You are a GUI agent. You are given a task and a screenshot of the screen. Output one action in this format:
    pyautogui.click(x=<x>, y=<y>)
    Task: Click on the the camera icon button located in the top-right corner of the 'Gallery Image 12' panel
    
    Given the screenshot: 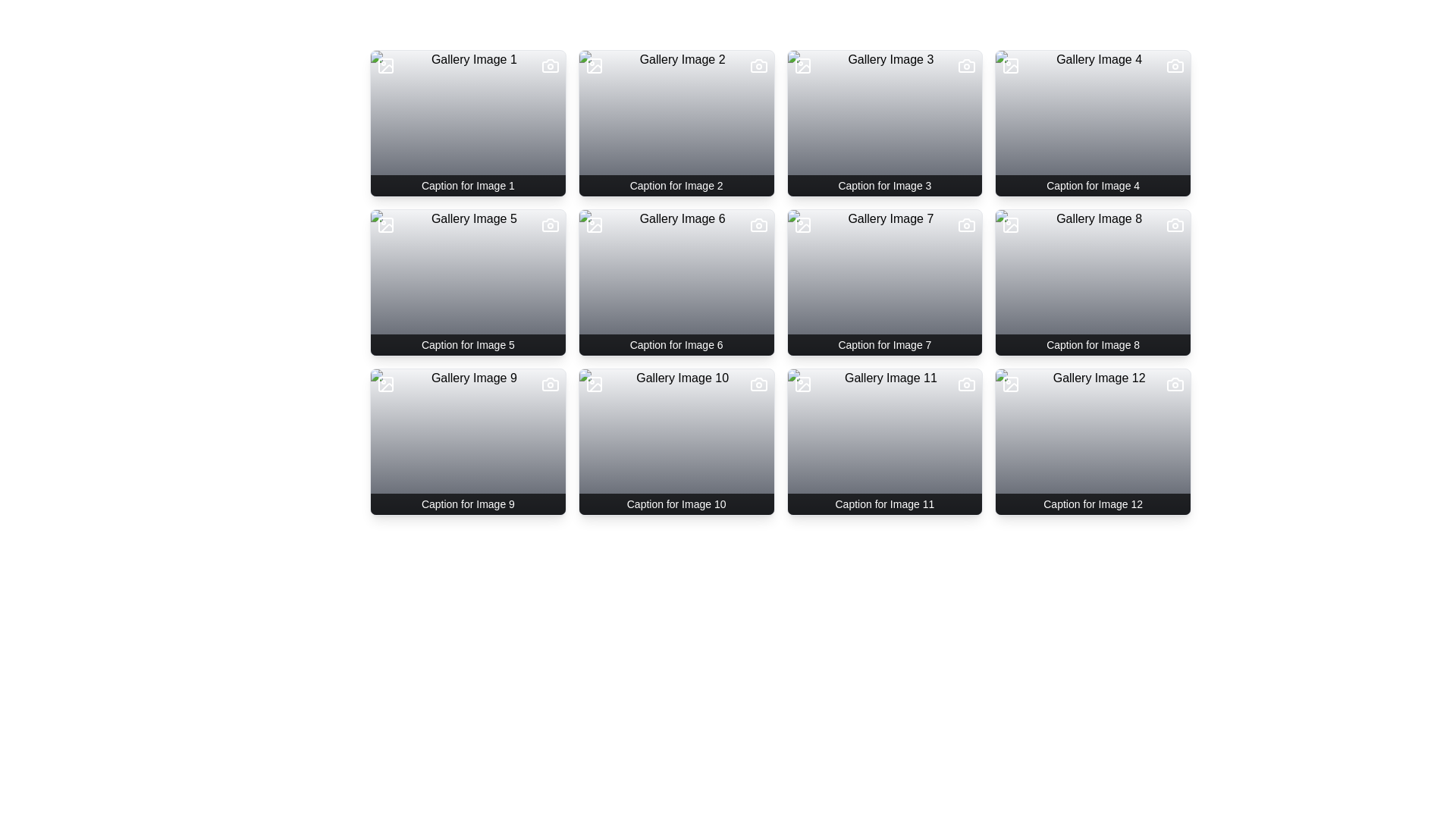 What is the action you would take?
    pyautogui.click(x=1175, y=383)
    